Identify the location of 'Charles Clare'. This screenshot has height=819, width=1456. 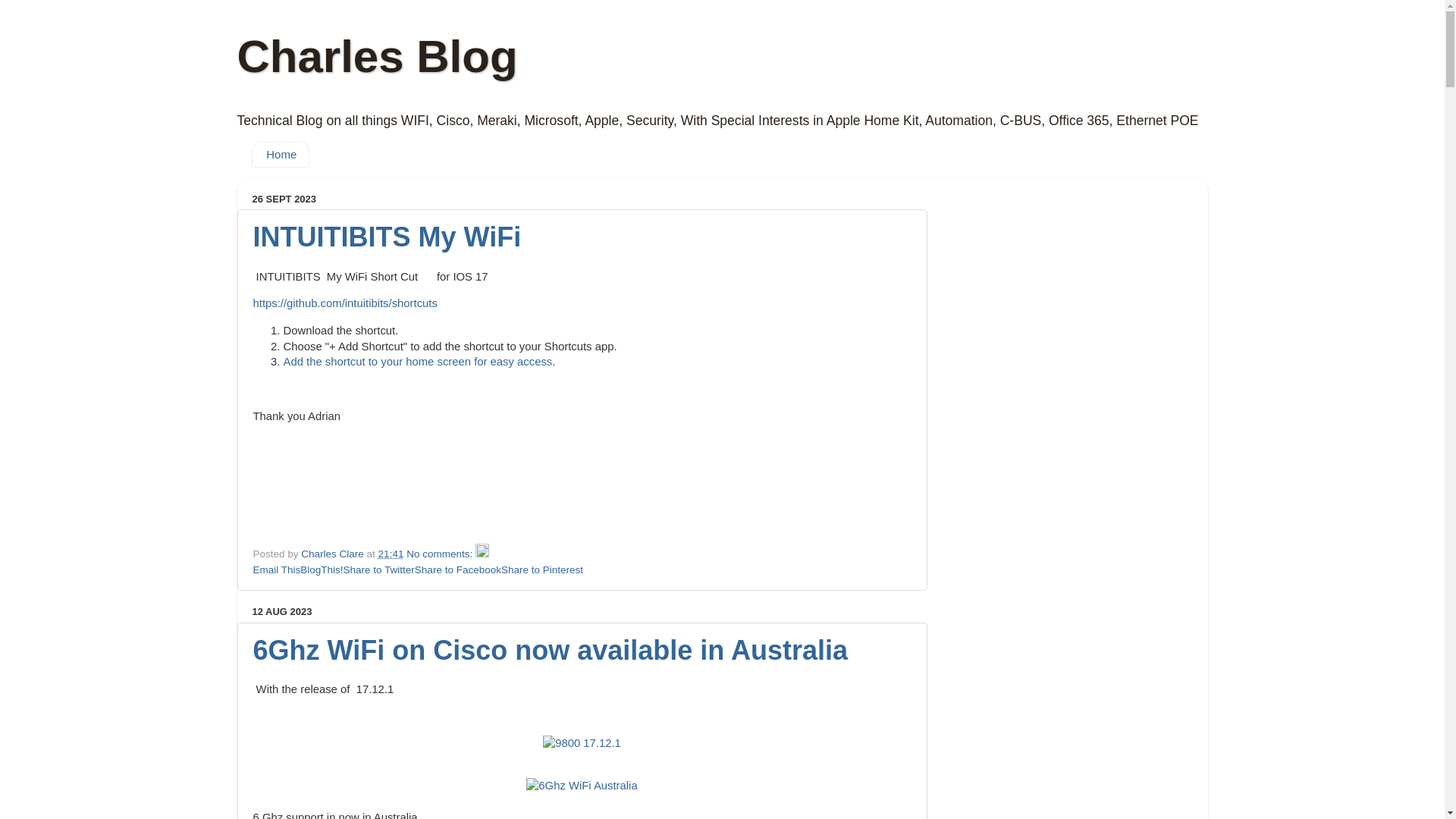
(333, 554).